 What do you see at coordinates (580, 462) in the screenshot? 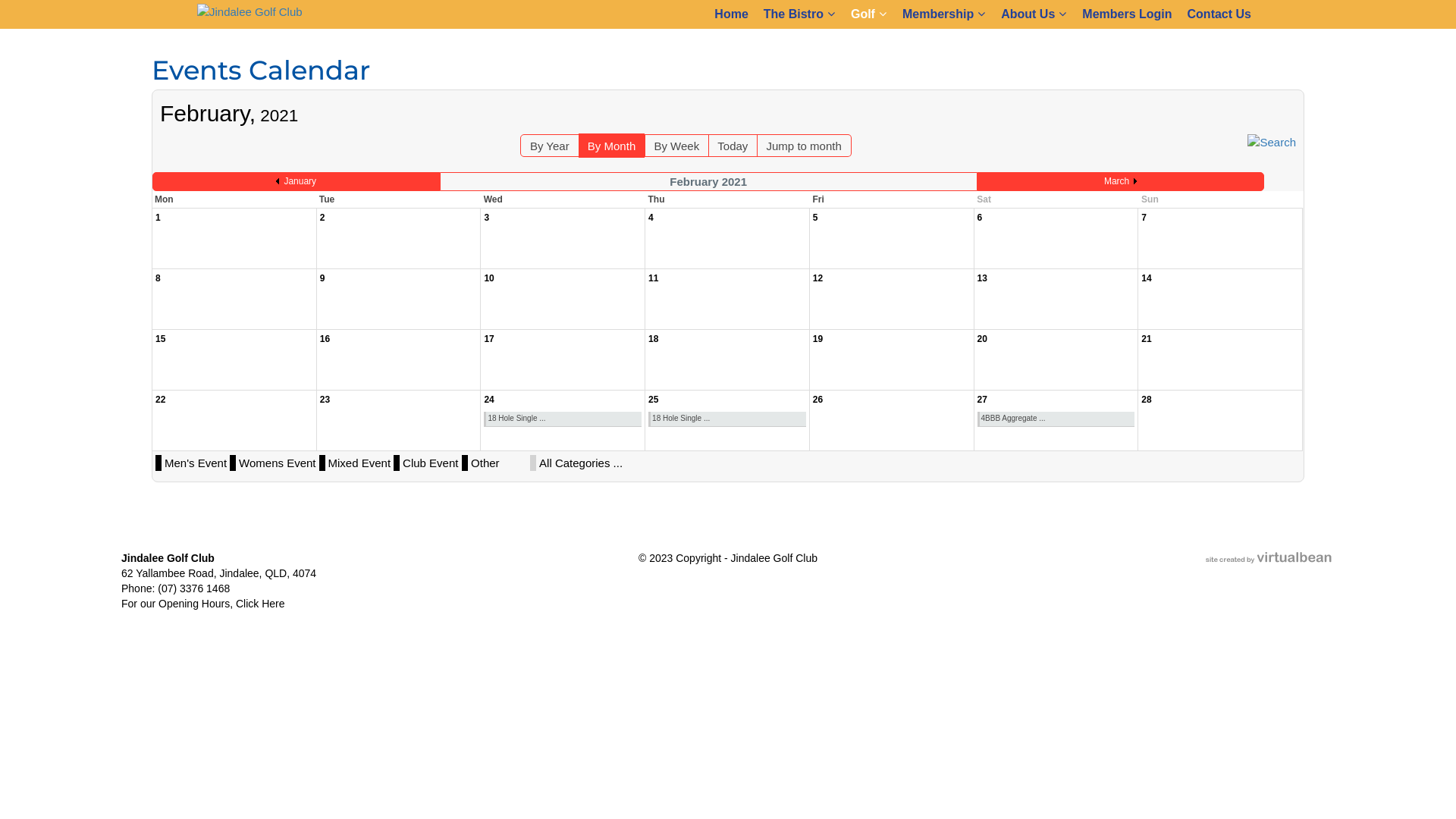
I see `'All Categories ...'` at bounding box center [580, 462].